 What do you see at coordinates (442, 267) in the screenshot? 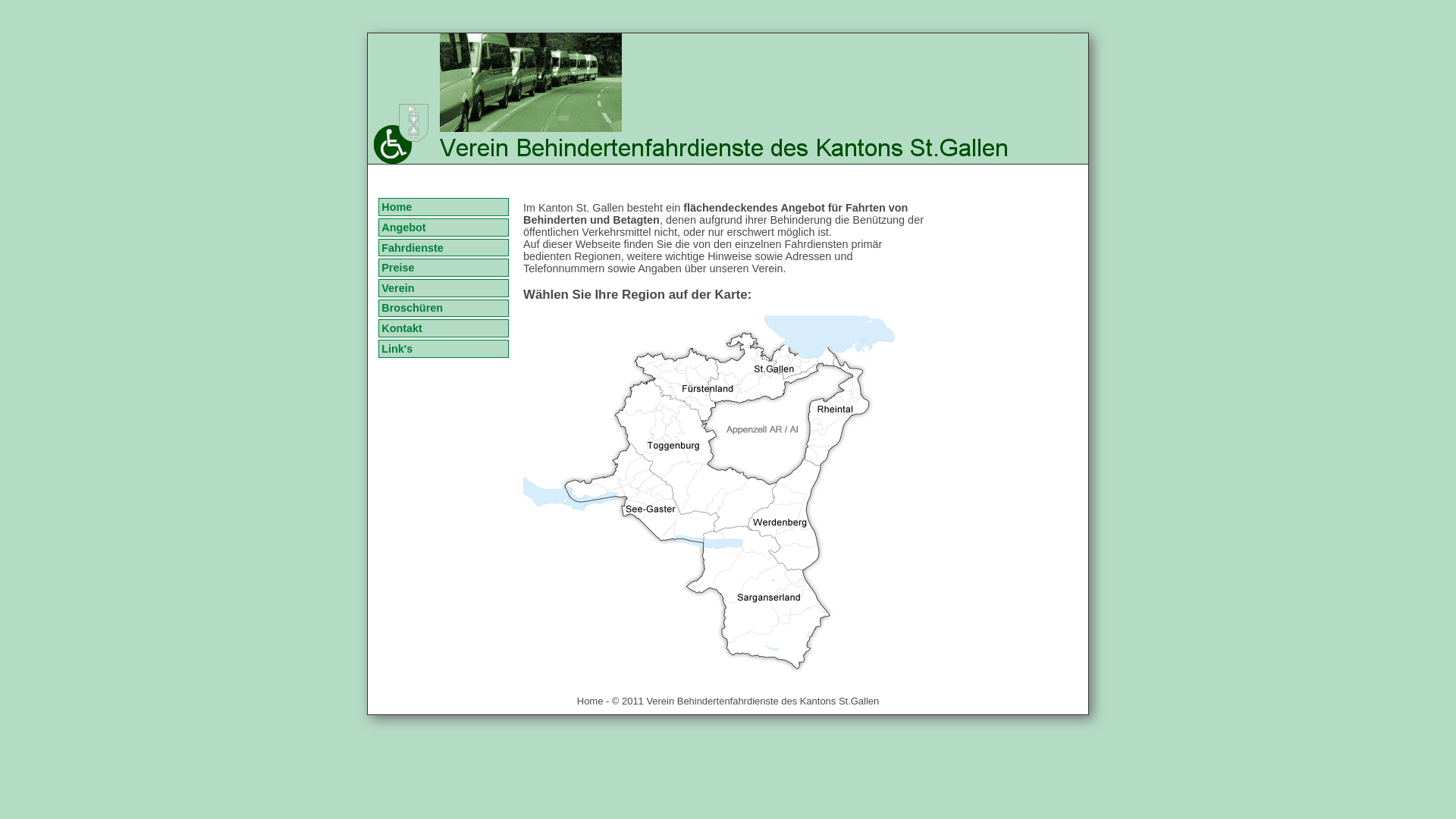
I see `'Preise'` at bounding box center [442, 267].